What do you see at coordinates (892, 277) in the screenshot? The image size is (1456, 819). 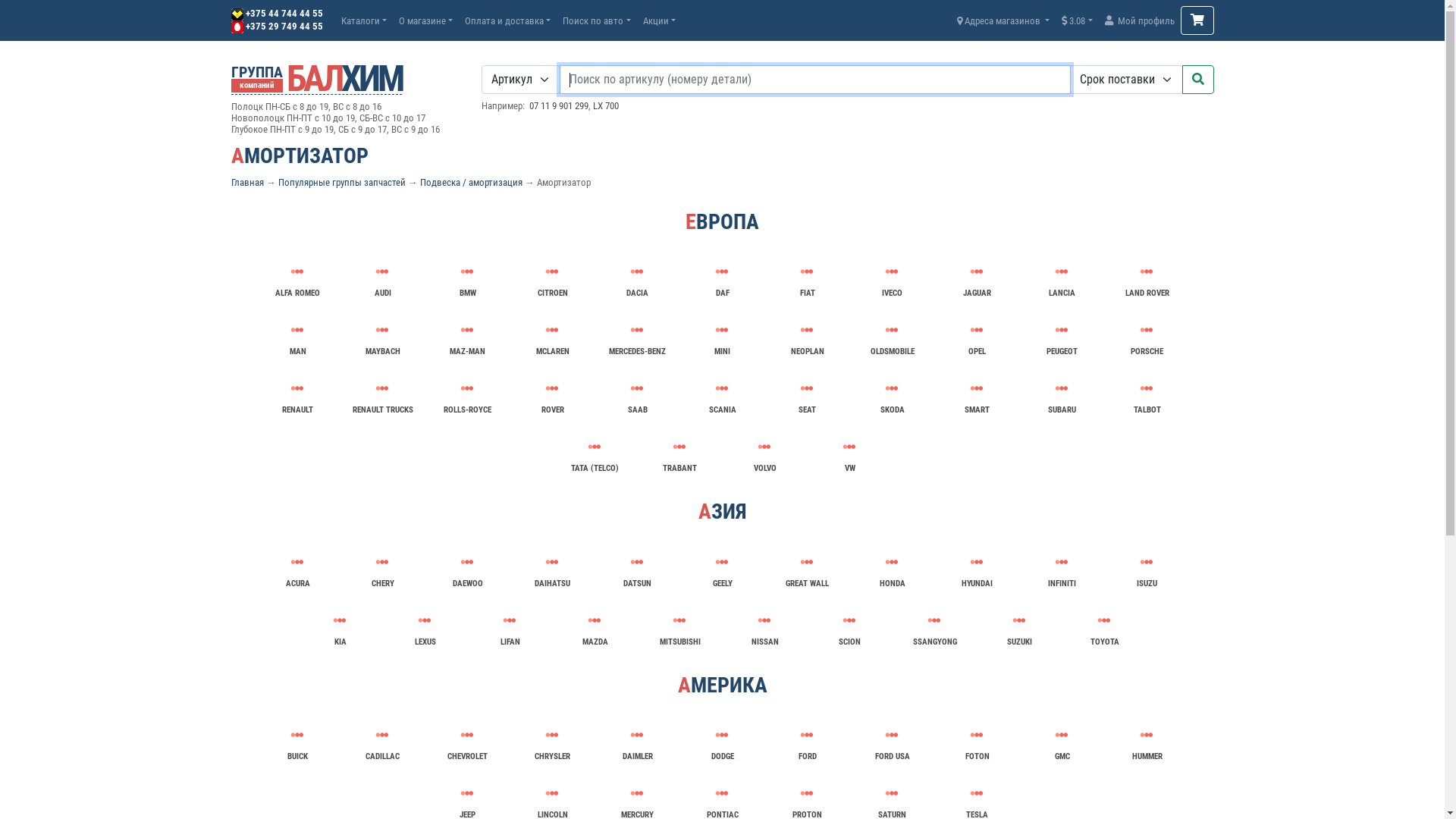 I see `'IVECO'` at bounding box center [892, 277].